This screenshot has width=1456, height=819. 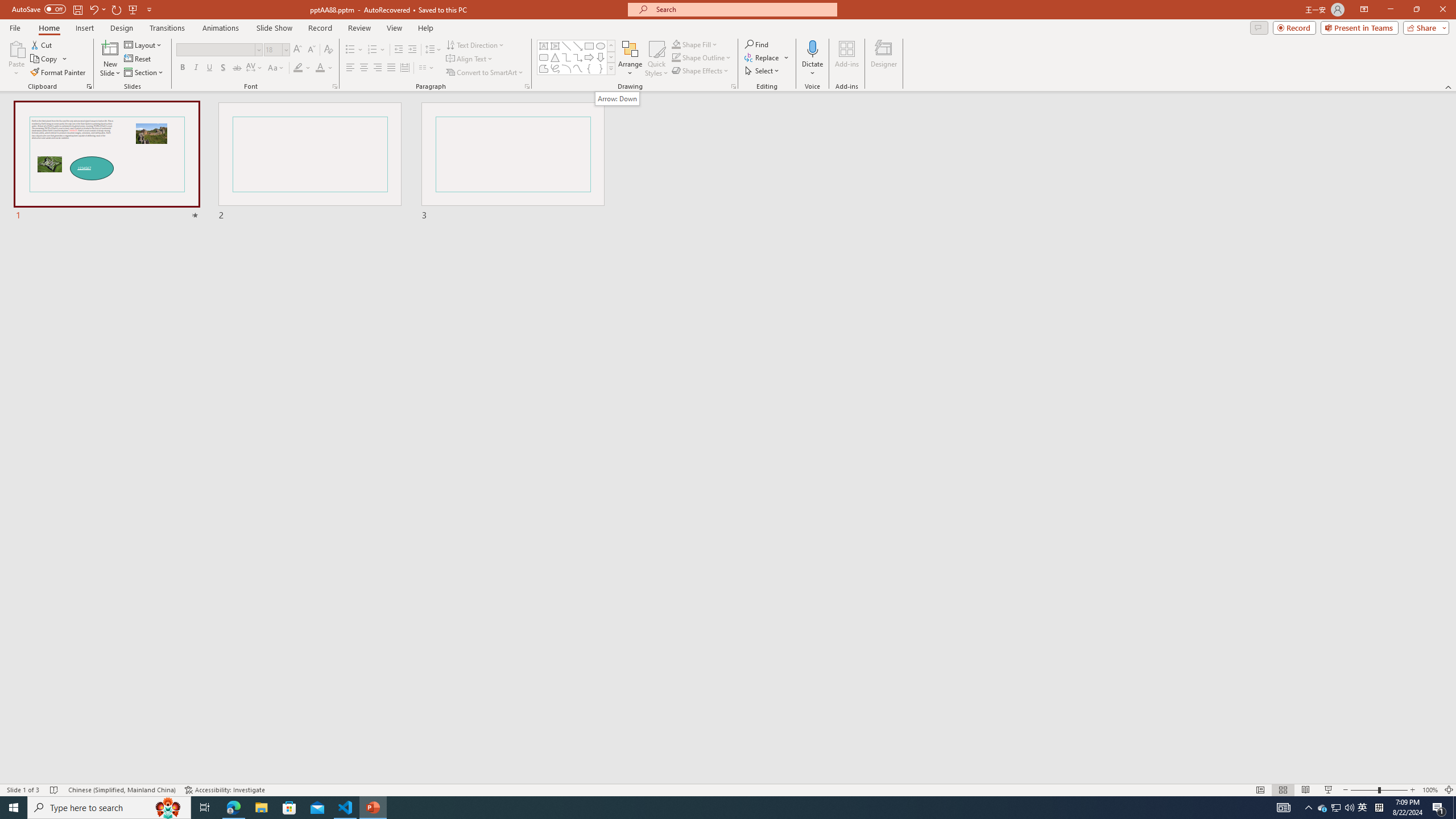 What do you see at coordinates (589, 68) in the screenshot?
I see `'Left Brace'` at bounding box center [589, 68].